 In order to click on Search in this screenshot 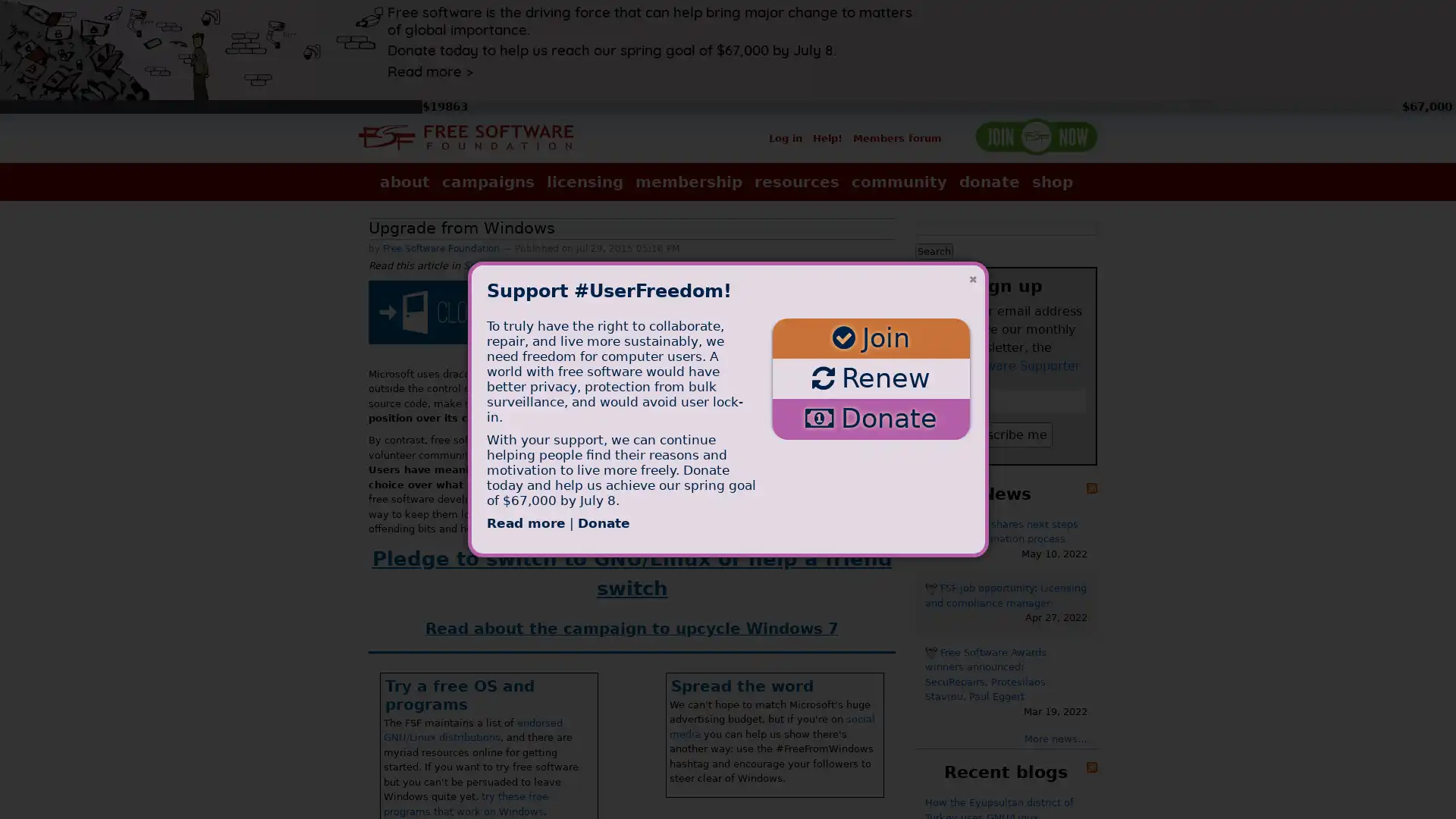, I will do `click(934, 249)`.